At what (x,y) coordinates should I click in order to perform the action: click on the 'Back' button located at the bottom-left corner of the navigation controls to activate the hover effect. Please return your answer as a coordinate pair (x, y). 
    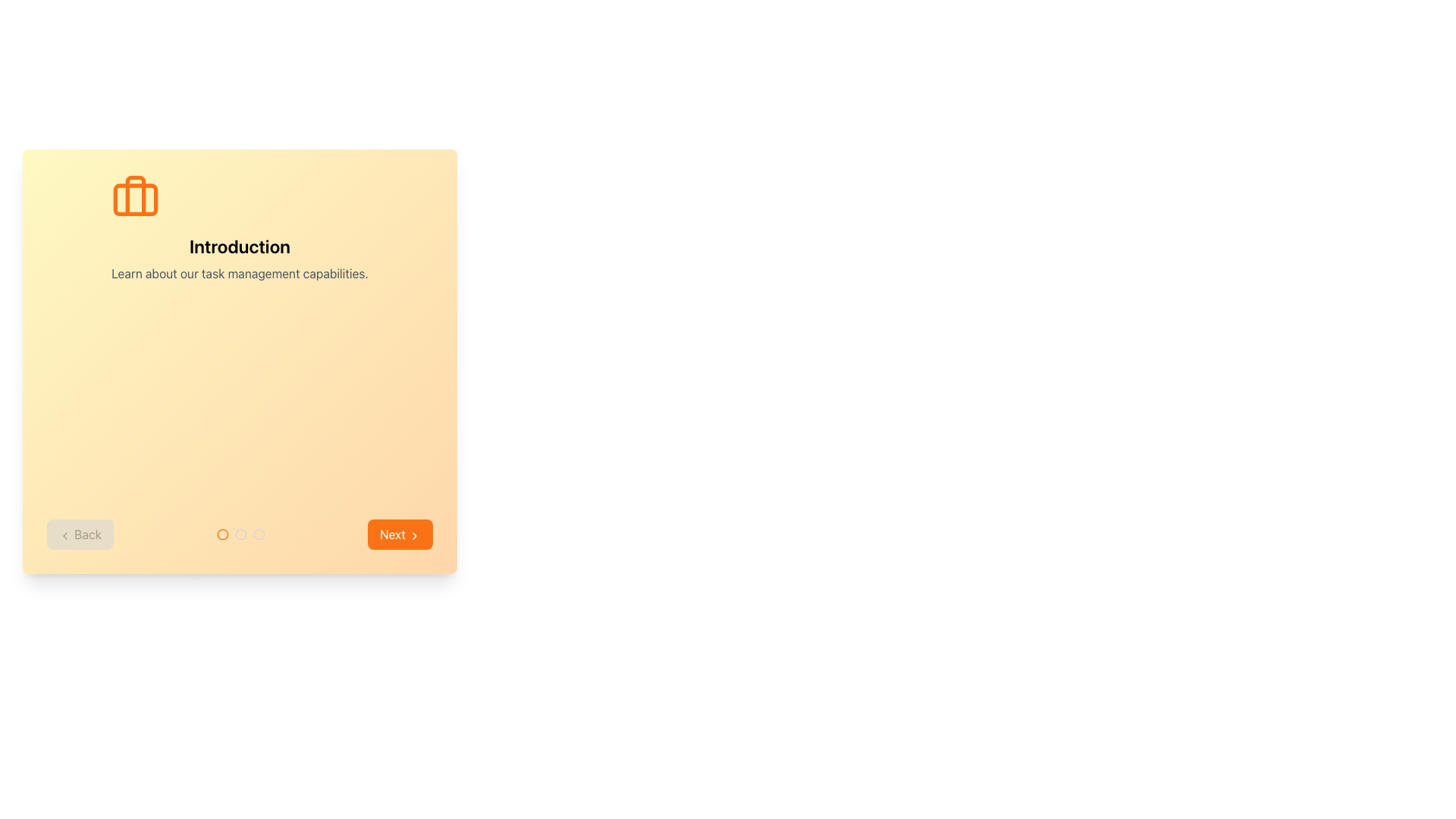
    Looking at the image, I should click on (79, 534).